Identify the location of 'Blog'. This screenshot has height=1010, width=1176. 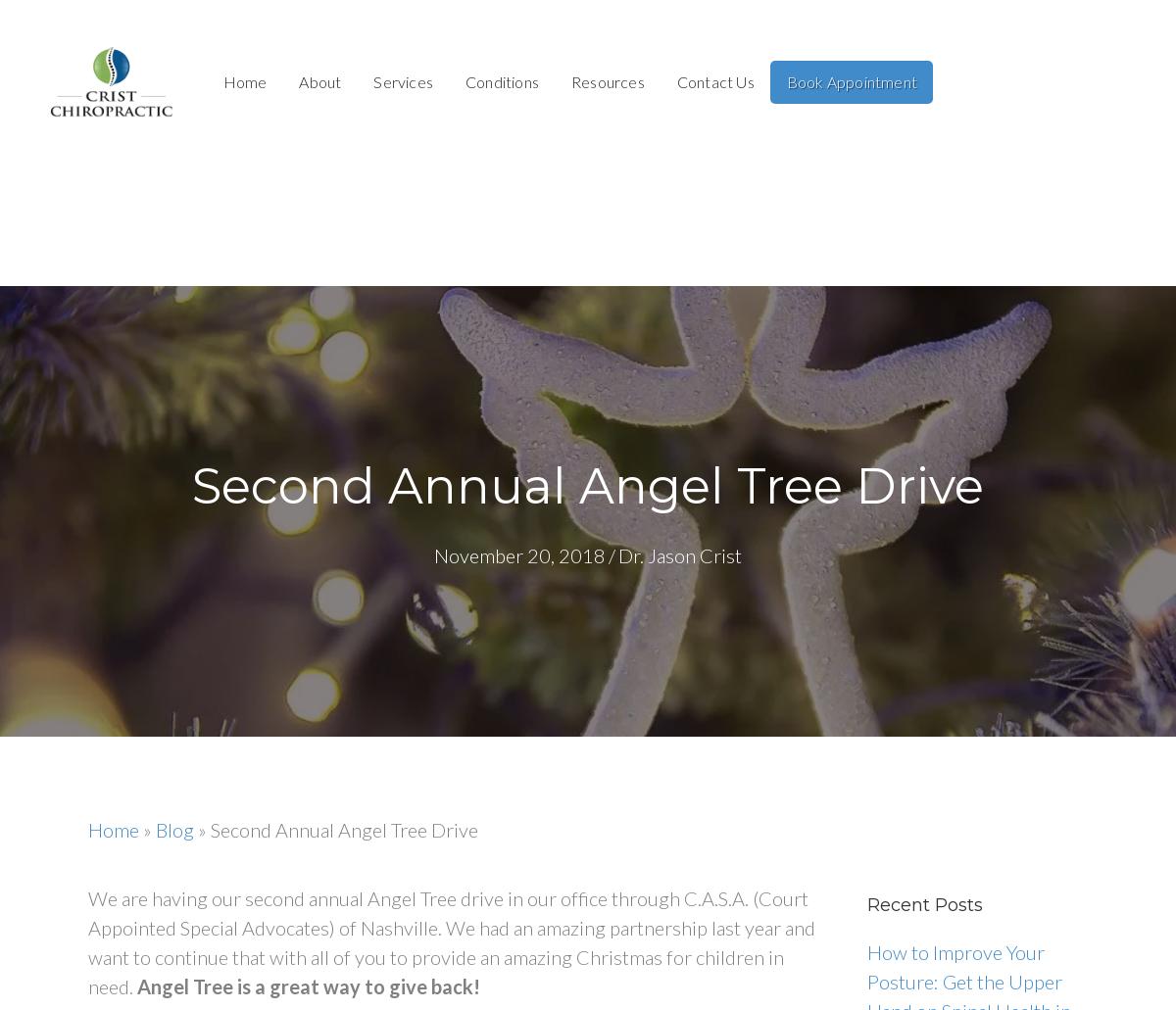
(173, 829).